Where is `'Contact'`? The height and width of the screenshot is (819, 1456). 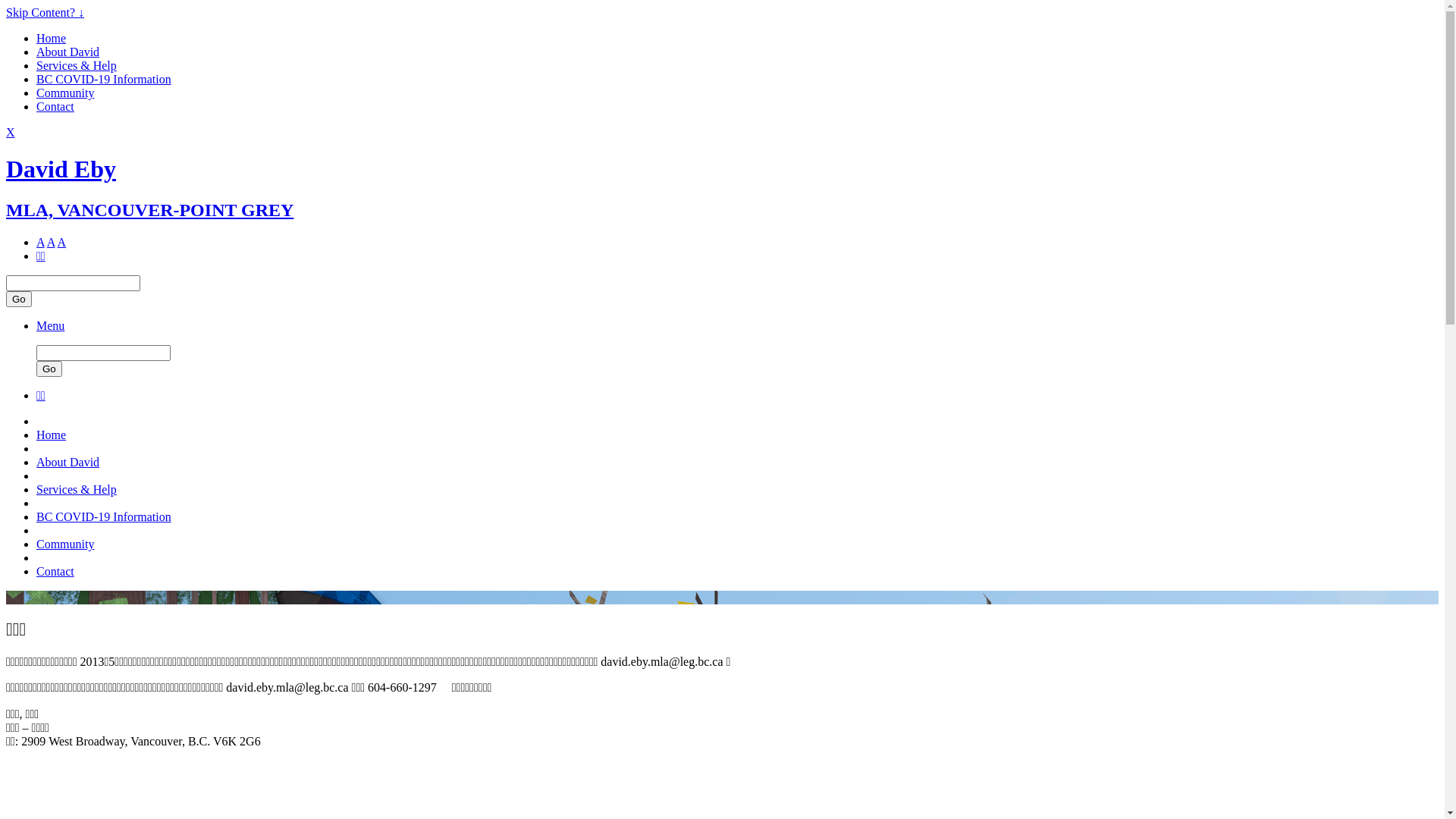 'Contact' is located at coordinates (55, 571).